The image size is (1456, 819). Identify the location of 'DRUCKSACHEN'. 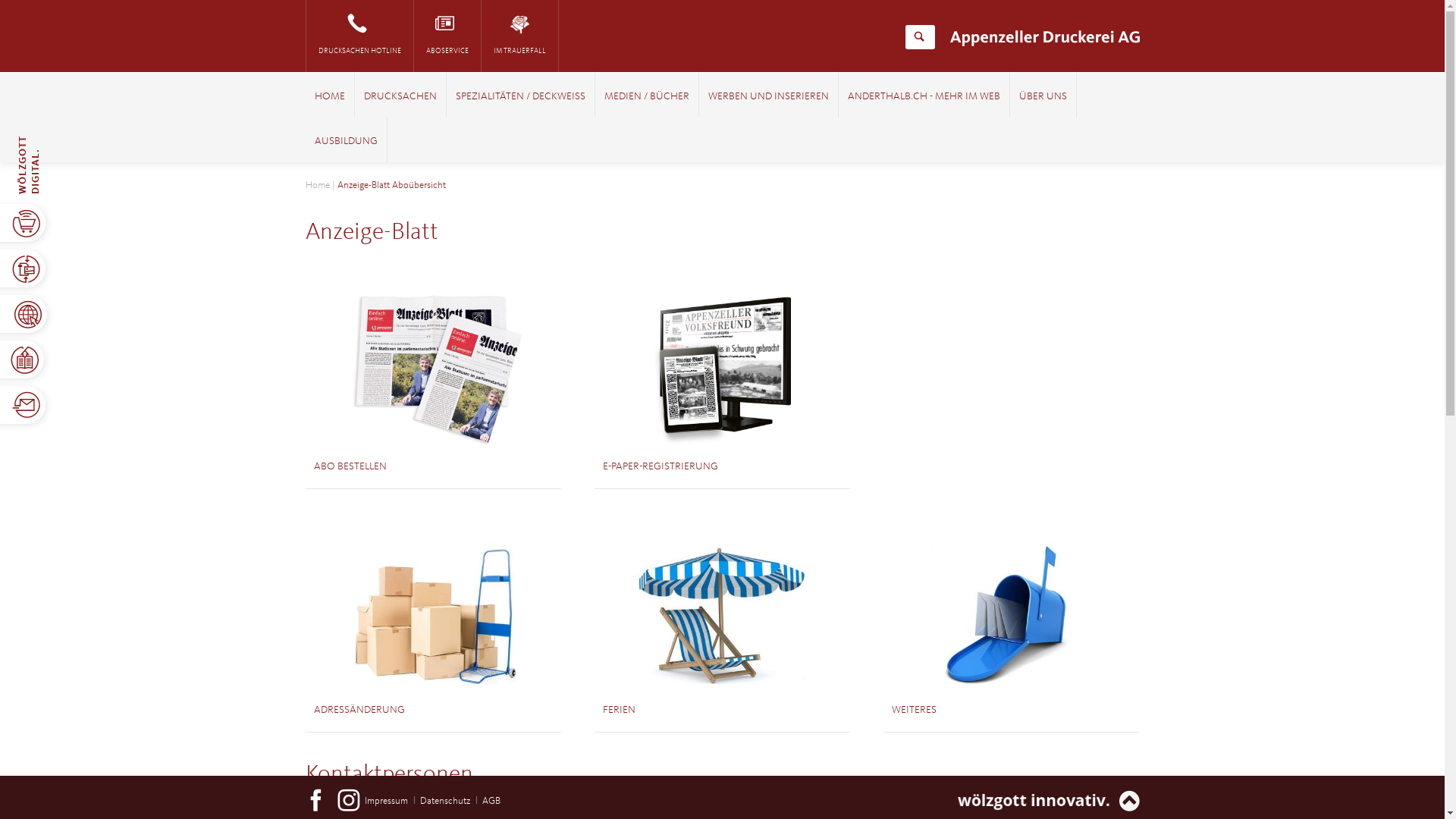
(364, 96).